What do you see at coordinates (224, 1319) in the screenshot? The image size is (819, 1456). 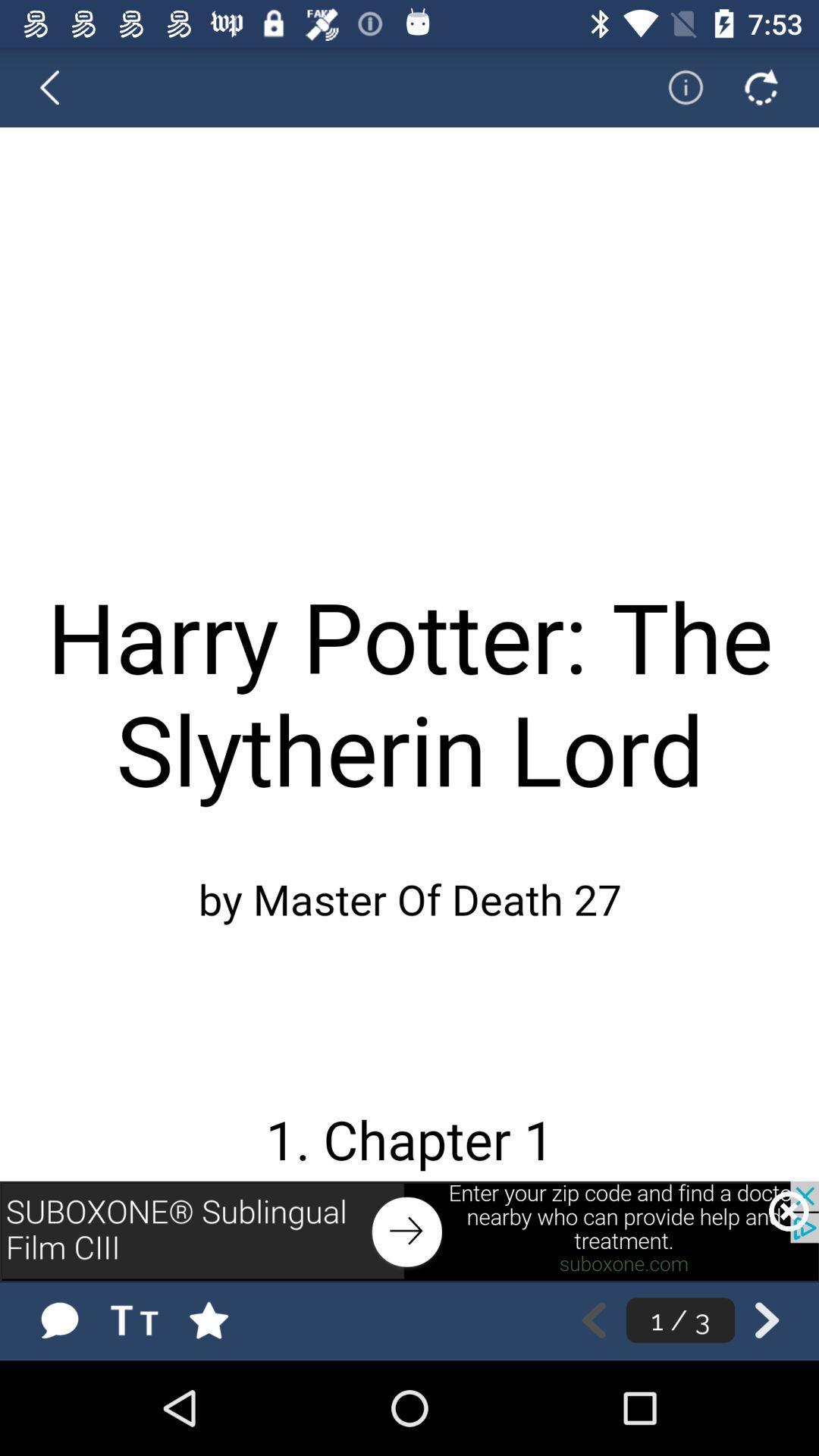 I see `the star icon` at bounding box center [224, 1319].